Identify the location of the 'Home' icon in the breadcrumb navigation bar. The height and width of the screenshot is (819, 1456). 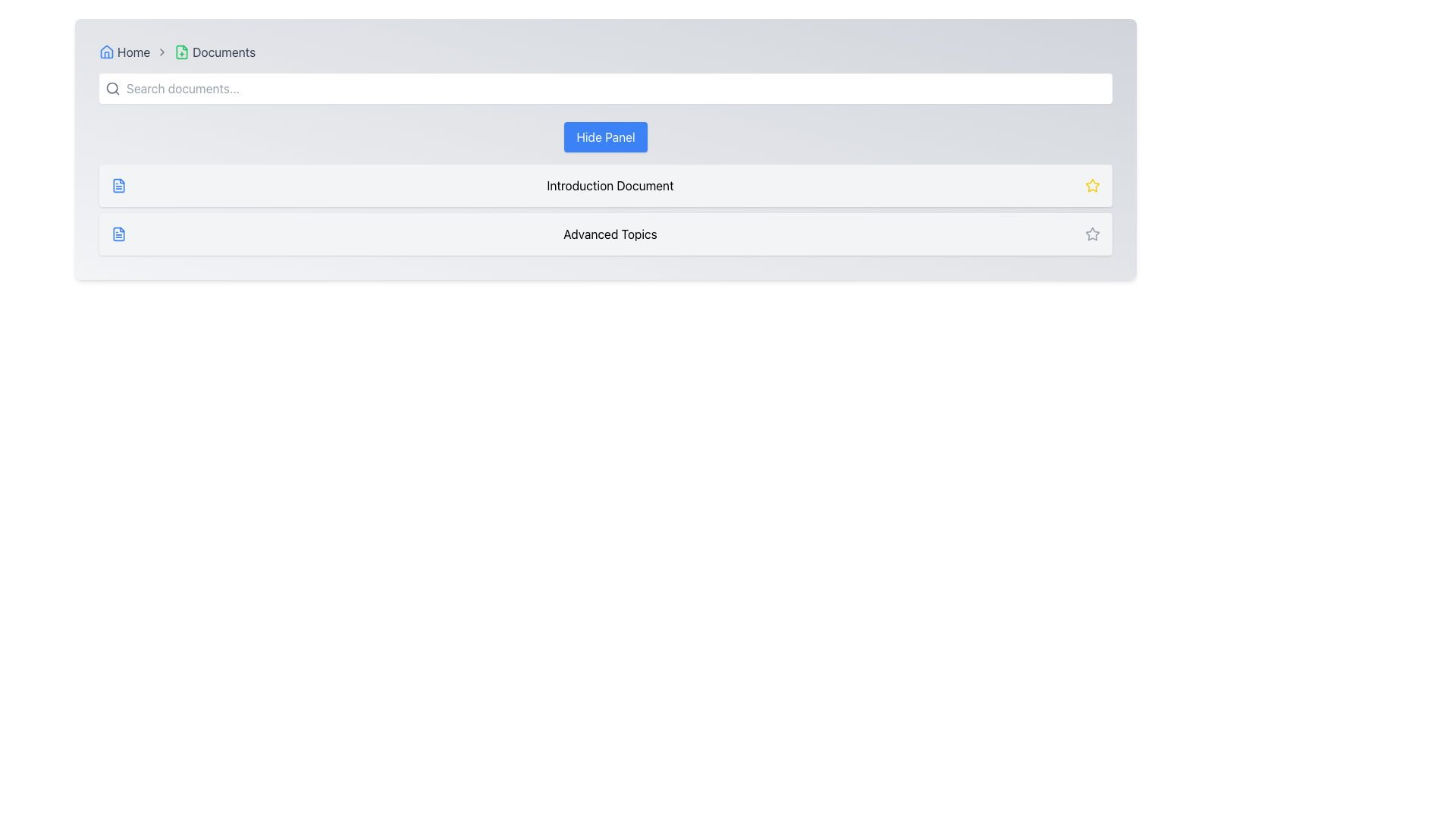
(105, 51).